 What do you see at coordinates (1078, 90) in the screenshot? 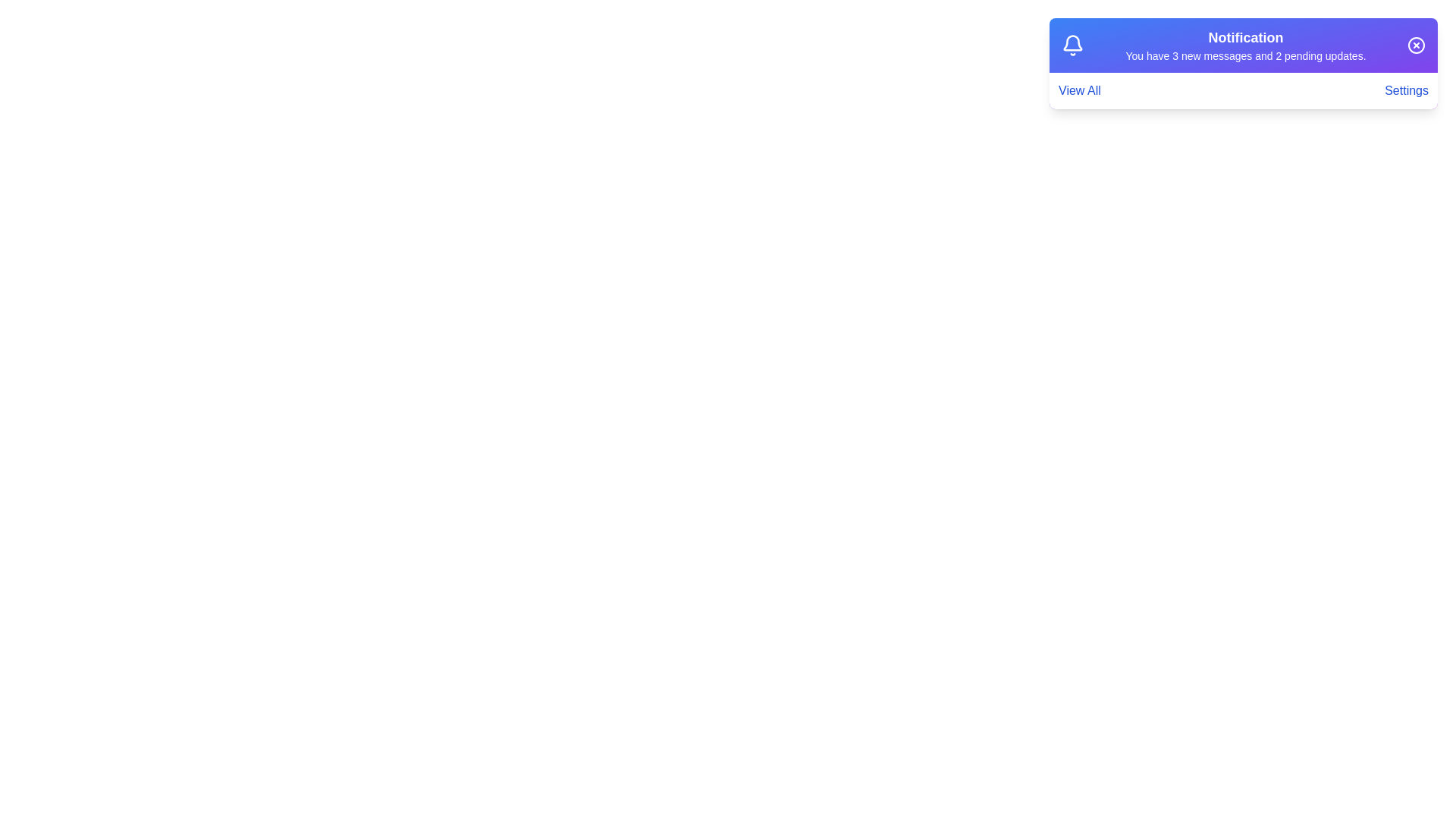
I see `the interactive element View All to observe its hover effect` at bounding box center [1078, 90].